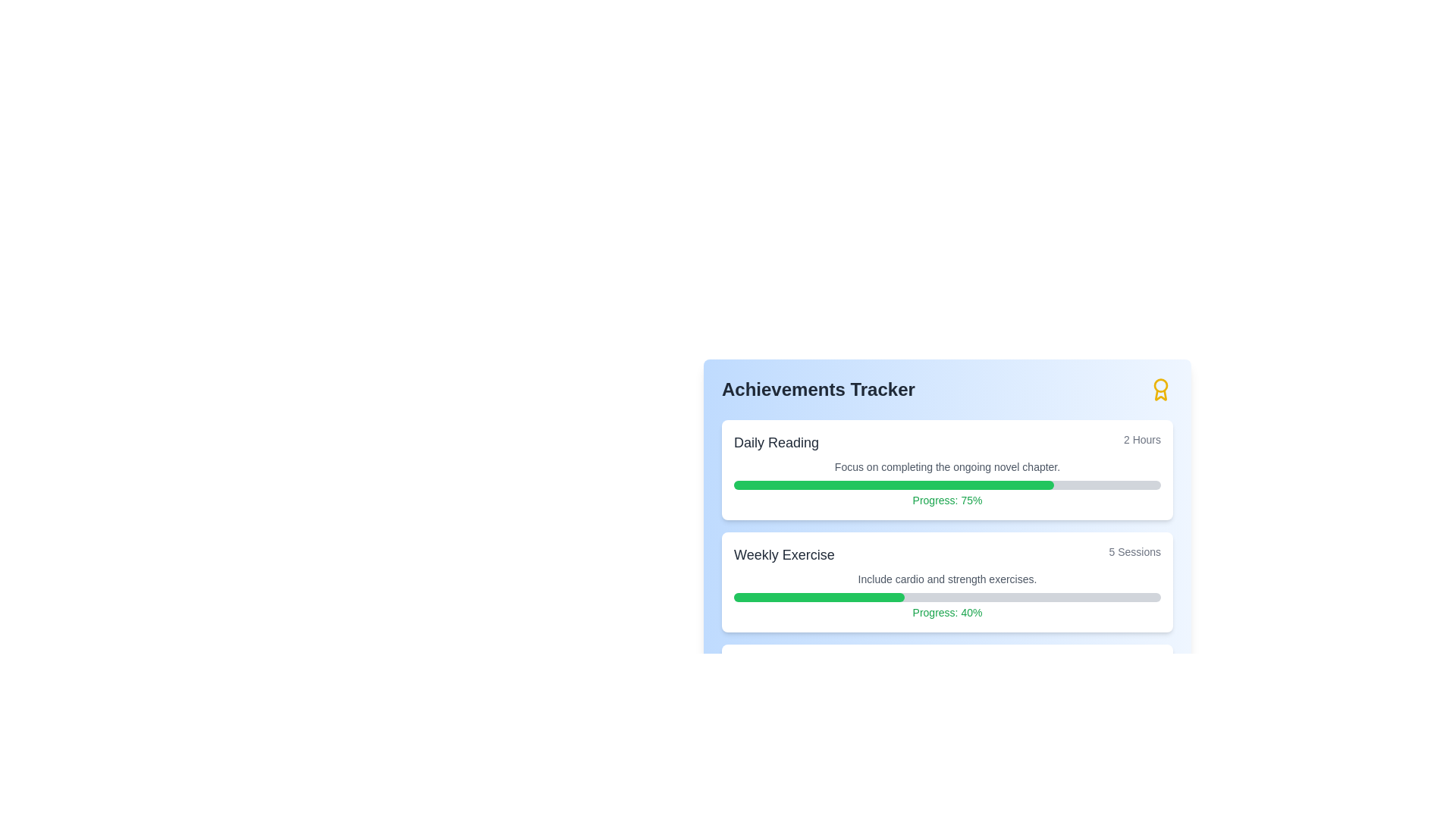  I want to click on the descriptive text element located below the title 'Weekly Exercise' and above the progress bar labeled 'Progress: 40%' in the second card of the activity list, so click(946, 579).